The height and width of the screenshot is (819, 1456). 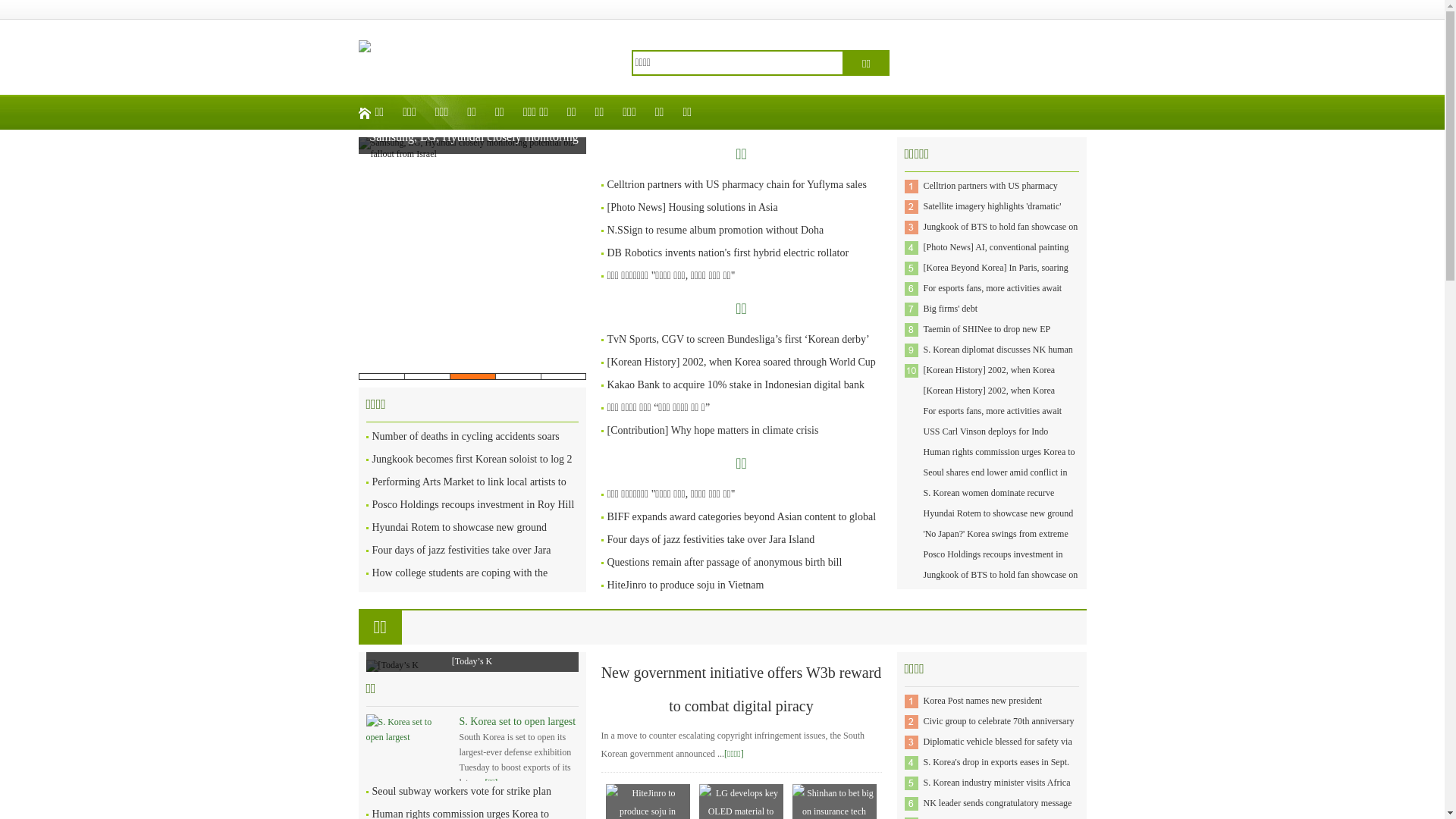 What do you see at coordinates (458, 720) in the screenshot?
I see `'S. Korea set to open largest'` at bounding box center [458, 720].